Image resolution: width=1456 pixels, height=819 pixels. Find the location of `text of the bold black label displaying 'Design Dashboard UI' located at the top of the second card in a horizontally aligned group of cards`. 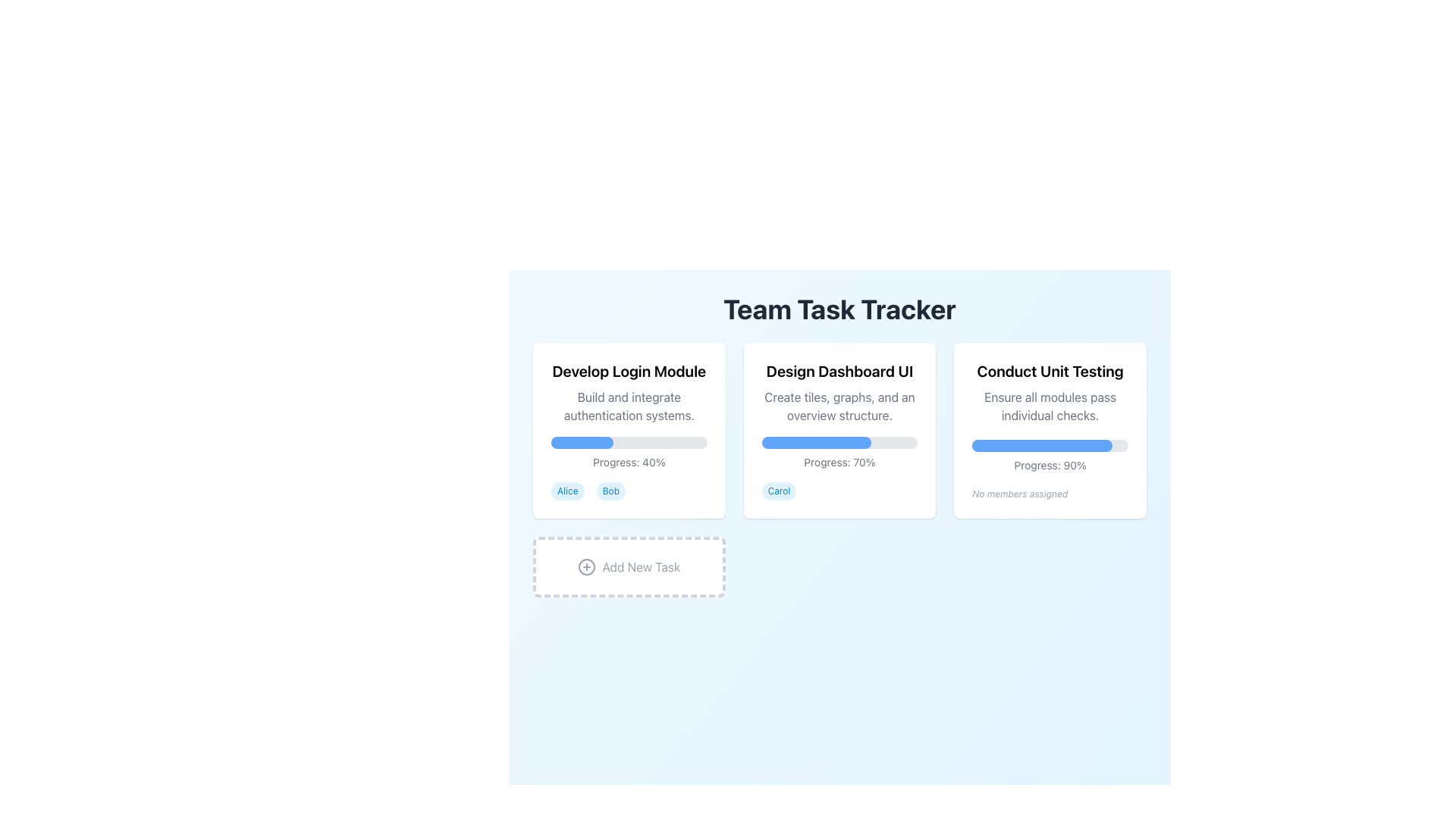

text of the bold black label displaying 'Design Dashboard UI' located at the top of the second card in a horizontally aligned group of cards is located at coordinates (839, 371).